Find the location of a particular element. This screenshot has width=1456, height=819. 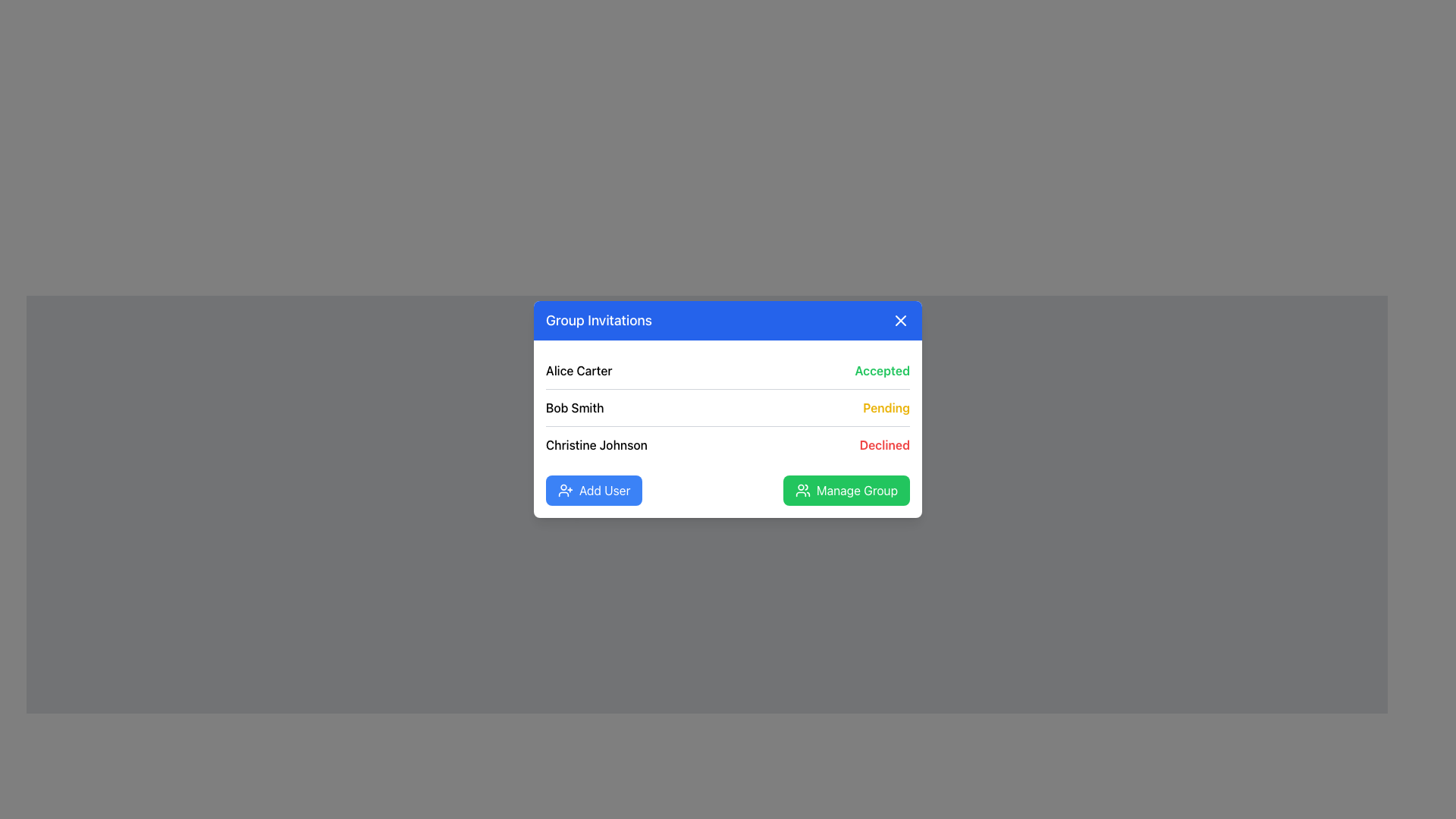

the blue rectangular 'Add User' button with rounded corners located in the bottom-left corner of the dialog box is located at coordinates (593, 491).